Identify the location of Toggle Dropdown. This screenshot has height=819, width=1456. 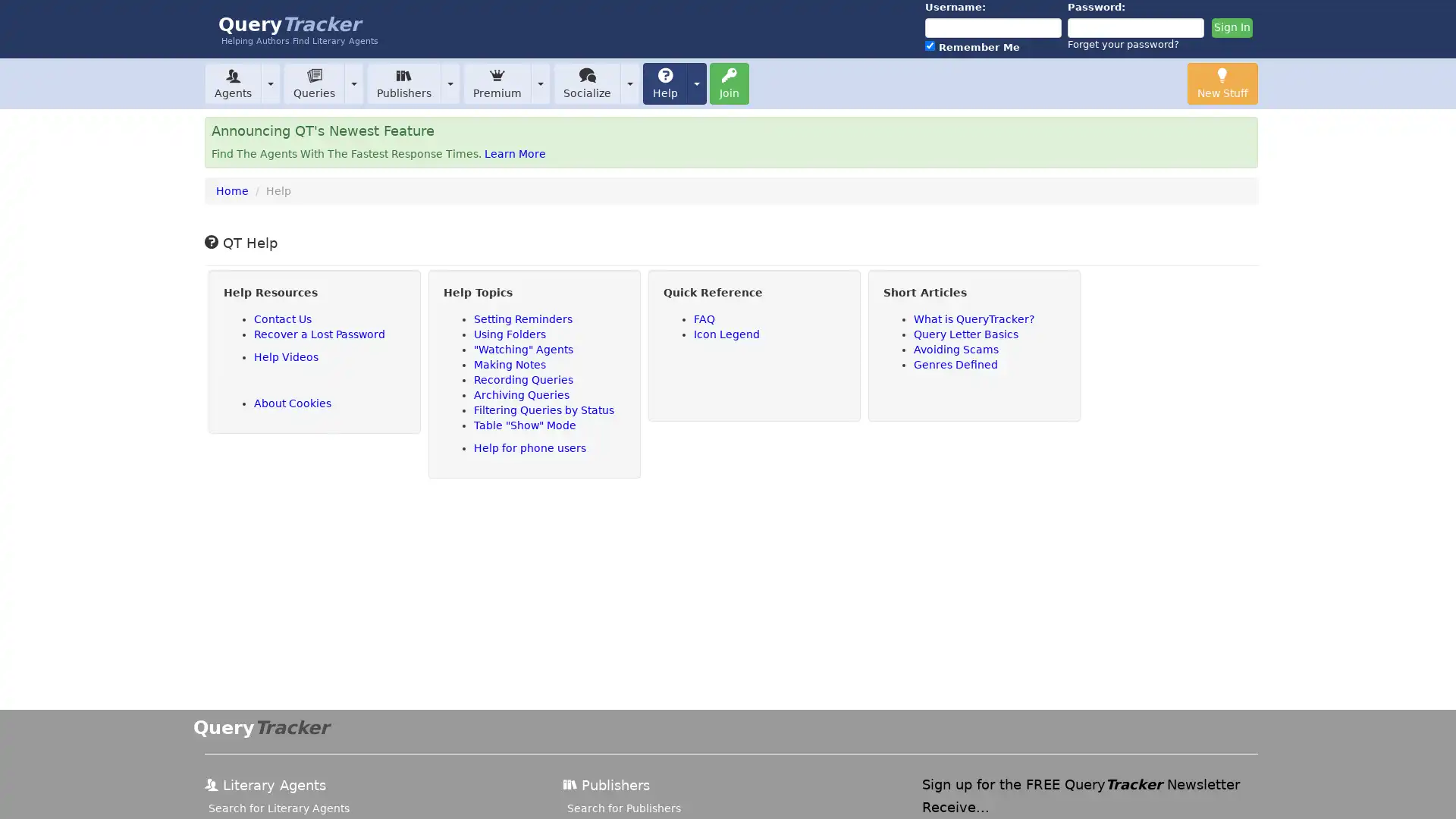
(695, 83).